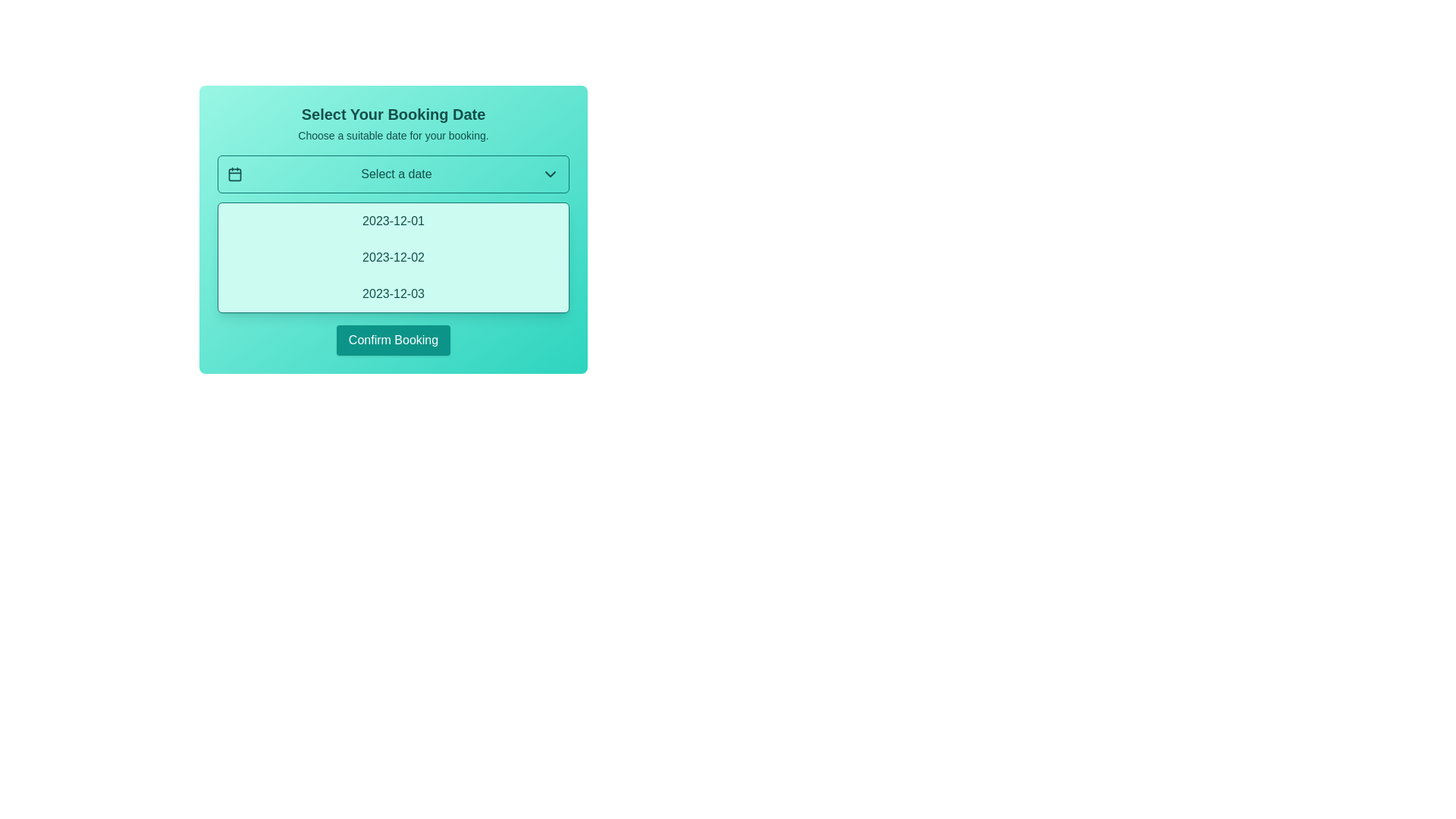  Describe the element at coordinates (393, 256) in the screenshot. I see `the selectable item in the dropdown menu displaying '2023-12-02' to change its background color` at that location.